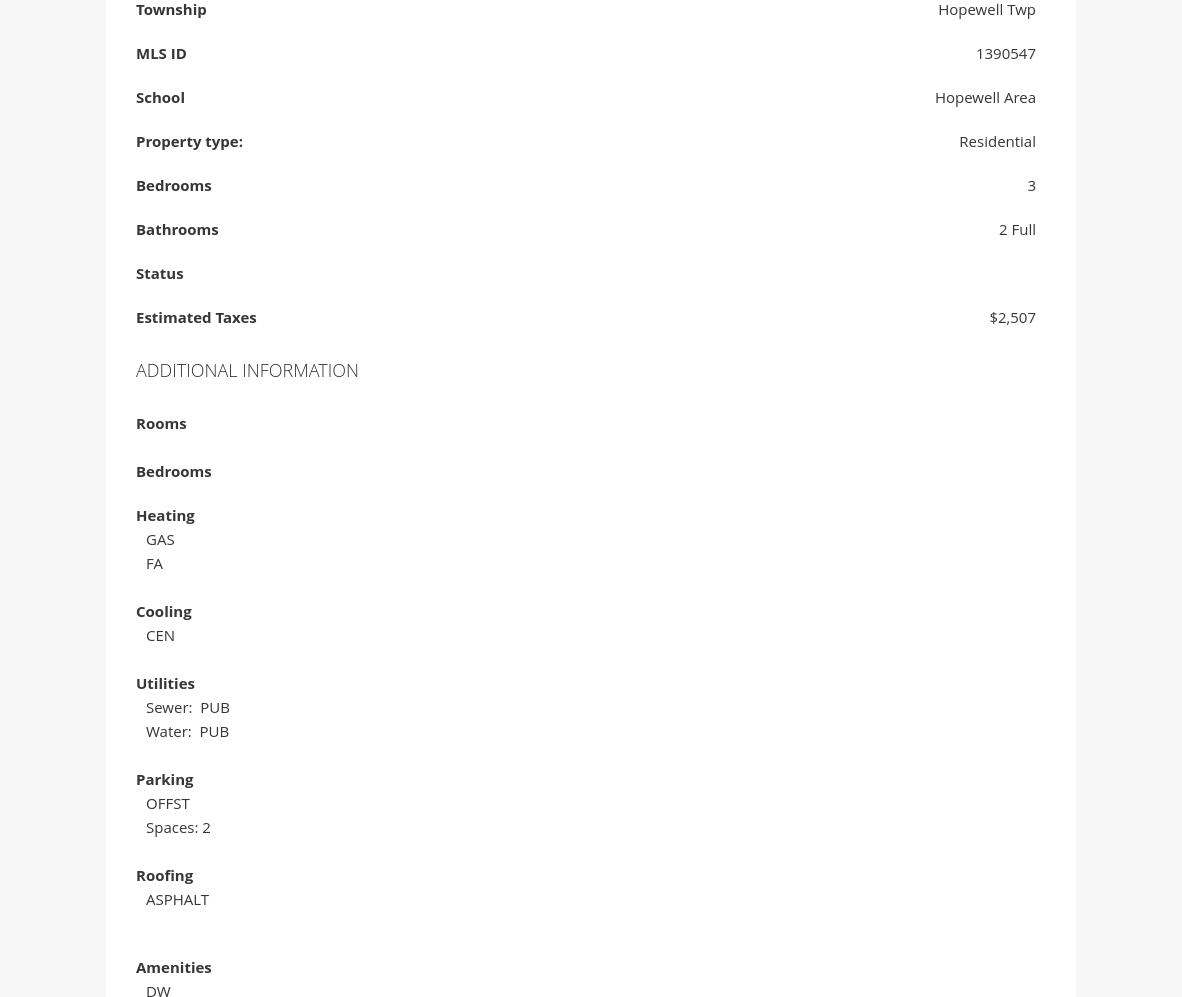  Describe the element at coordinates (145, 540) in the screenshot. I see `'GAS'` at that location.